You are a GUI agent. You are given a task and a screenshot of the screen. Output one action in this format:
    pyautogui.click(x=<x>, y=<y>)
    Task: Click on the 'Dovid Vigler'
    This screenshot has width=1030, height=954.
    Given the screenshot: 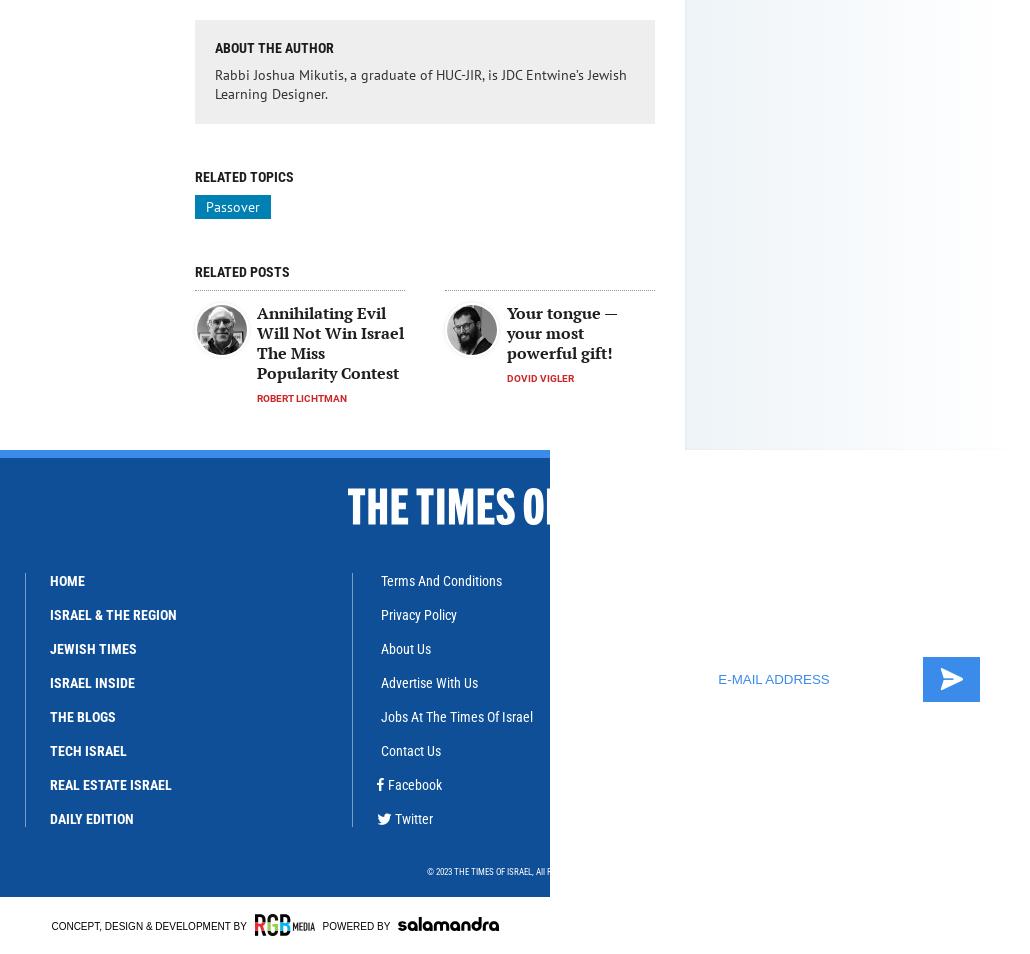 What is the action you would take?
    pyautogui.click(x=540, y=378)
    